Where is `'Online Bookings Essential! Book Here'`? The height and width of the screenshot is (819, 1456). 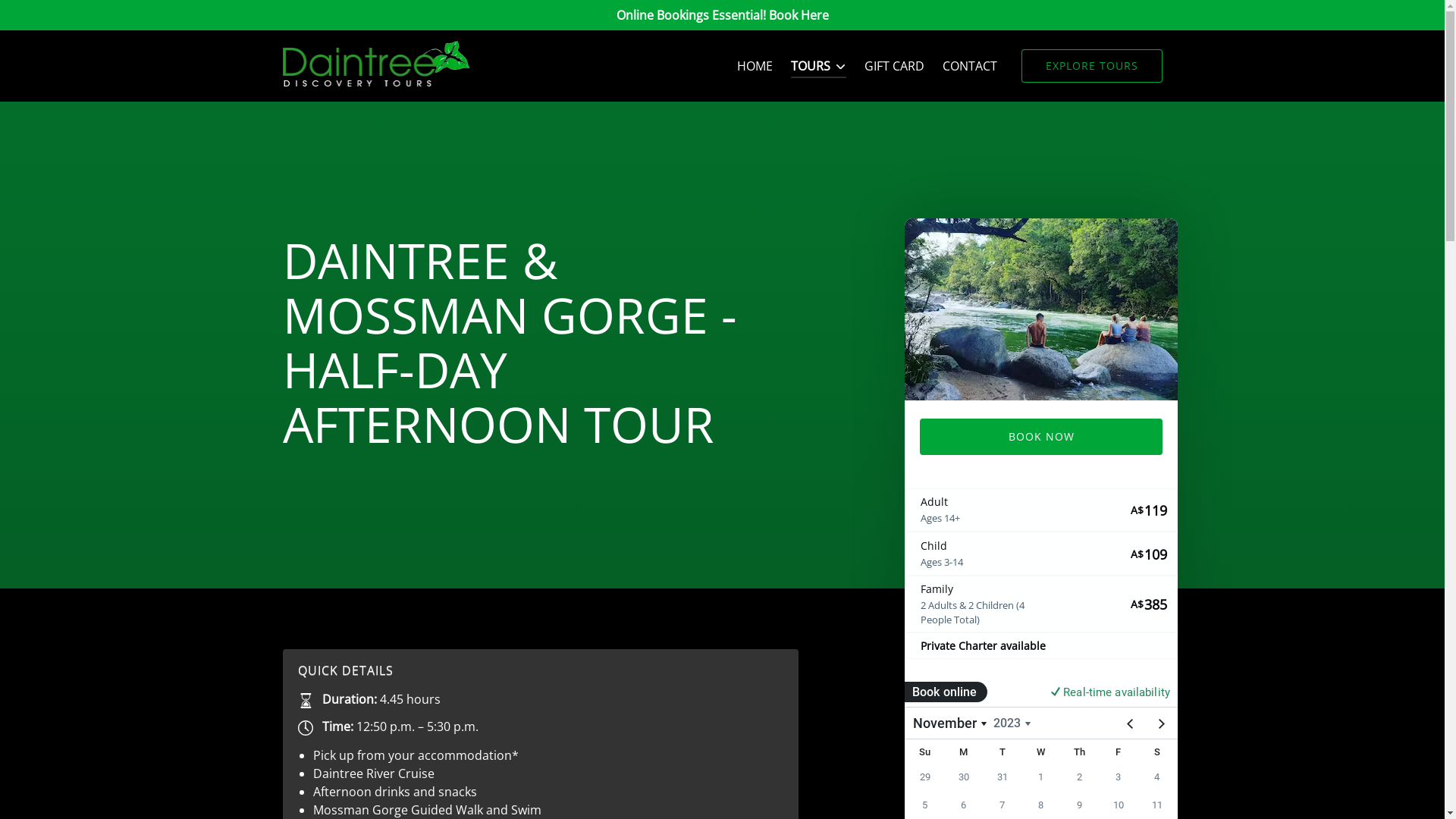
'Online Bookings Essential! Book Here' is located at coordinates (721, 14).